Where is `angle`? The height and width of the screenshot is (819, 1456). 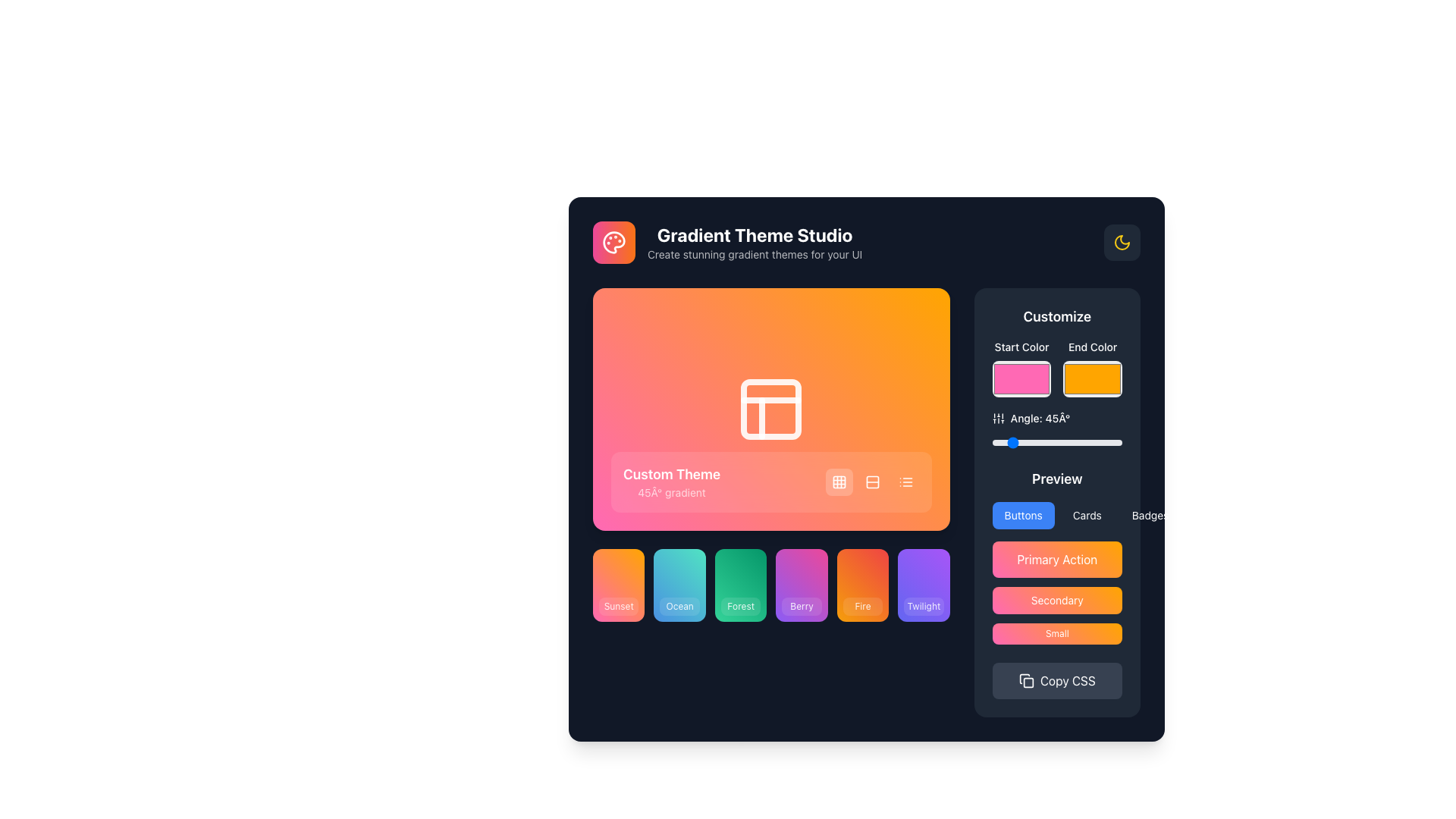 angle is located at coordinates (1081, 442).